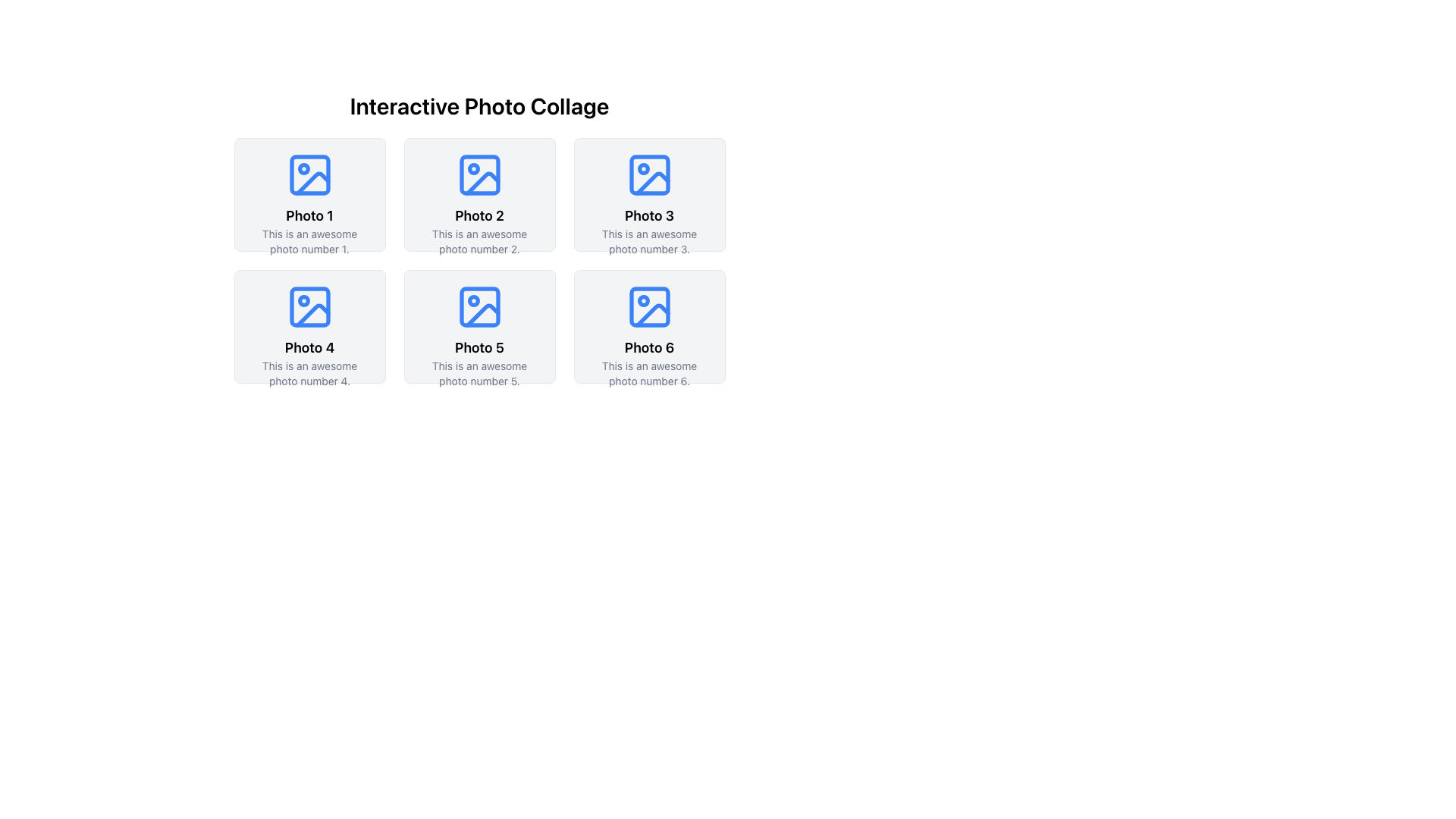 Image resolution: width=1456 pixels, height=819 pixels. What do you see at coordinates (309, 326) in the screenshot?
I see `the interactive 'zoom in' button icon overlaying the image in the 'Photo 4' section` at bounding box center [309, 326].